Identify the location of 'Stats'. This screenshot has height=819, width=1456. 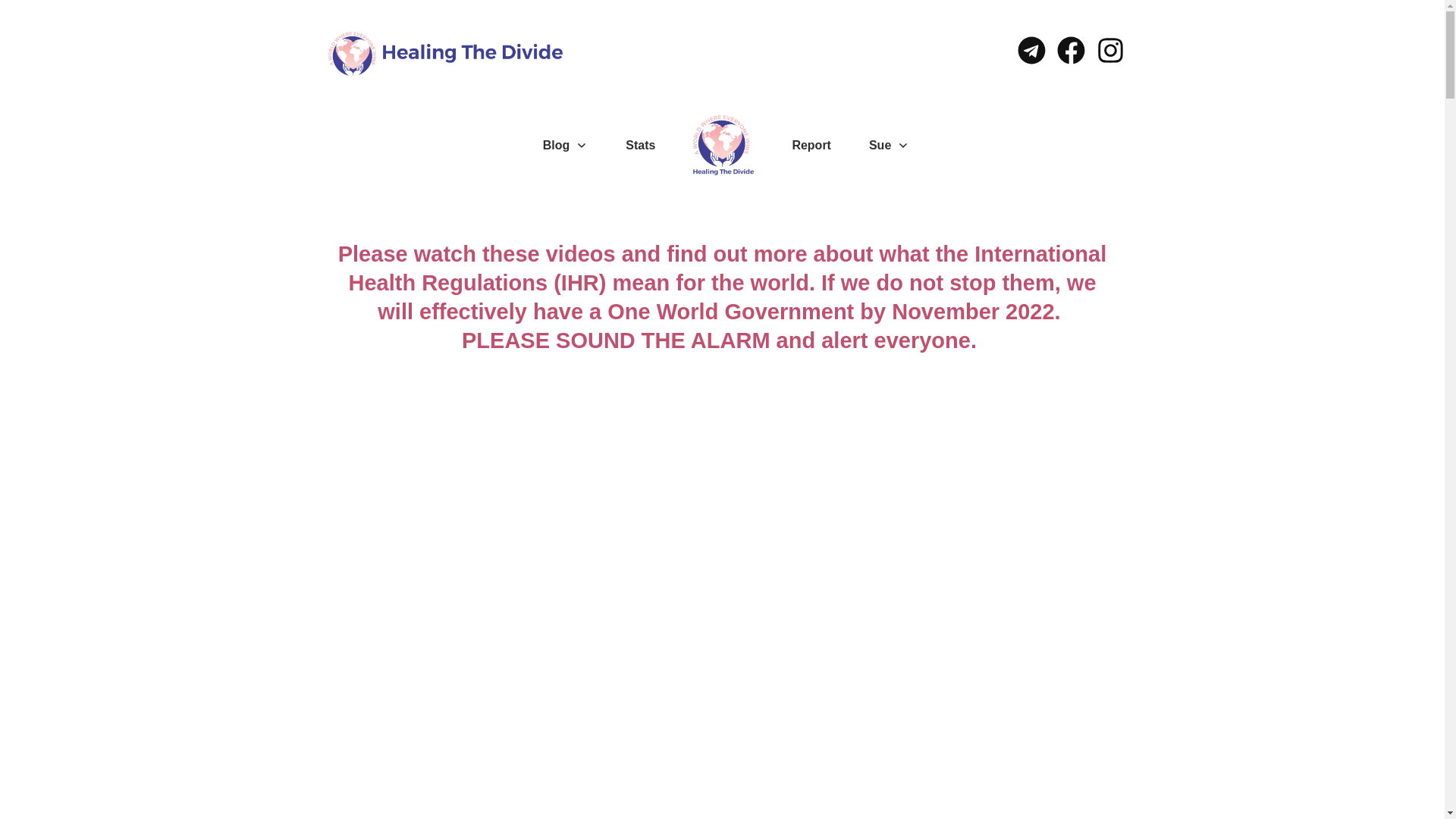
(640, 146).